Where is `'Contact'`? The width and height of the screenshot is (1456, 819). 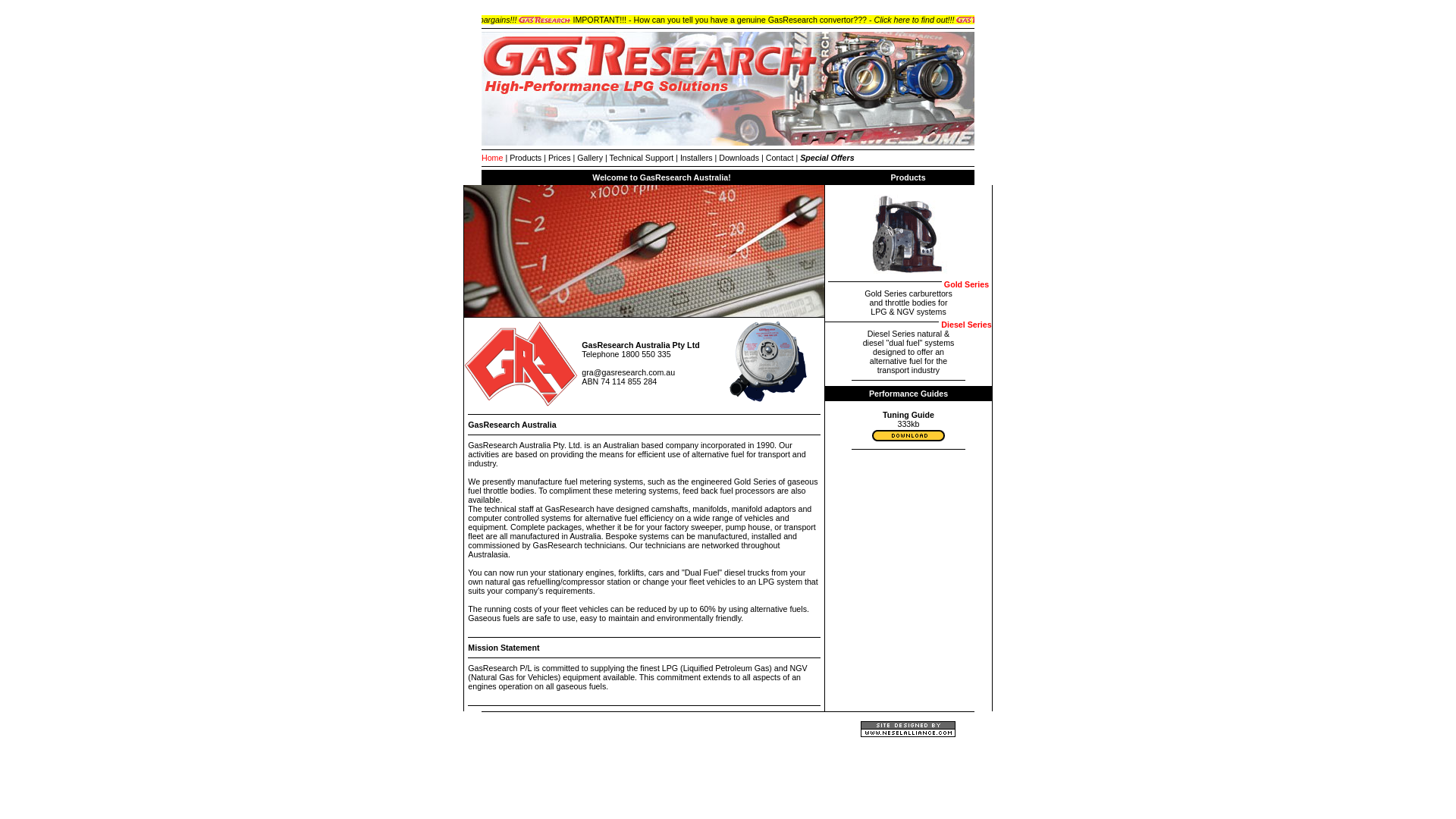
'Contact' is located at coordinates (780, 158).